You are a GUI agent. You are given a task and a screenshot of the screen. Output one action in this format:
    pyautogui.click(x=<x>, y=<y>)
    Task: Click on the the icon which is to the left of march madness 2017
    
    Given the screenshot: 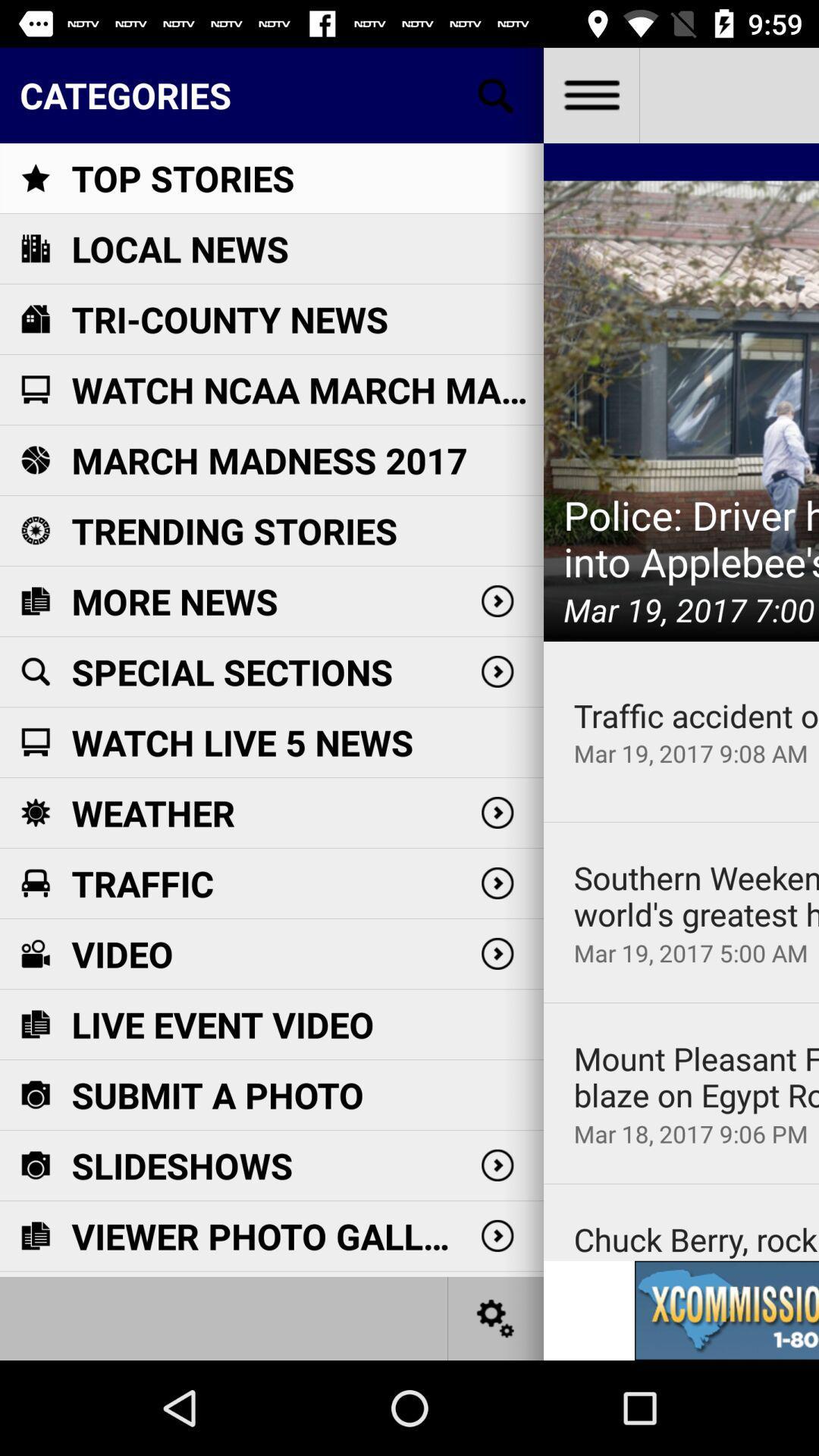 What is the action you would take?
    pyautogui.click(x=34, y=459)
    